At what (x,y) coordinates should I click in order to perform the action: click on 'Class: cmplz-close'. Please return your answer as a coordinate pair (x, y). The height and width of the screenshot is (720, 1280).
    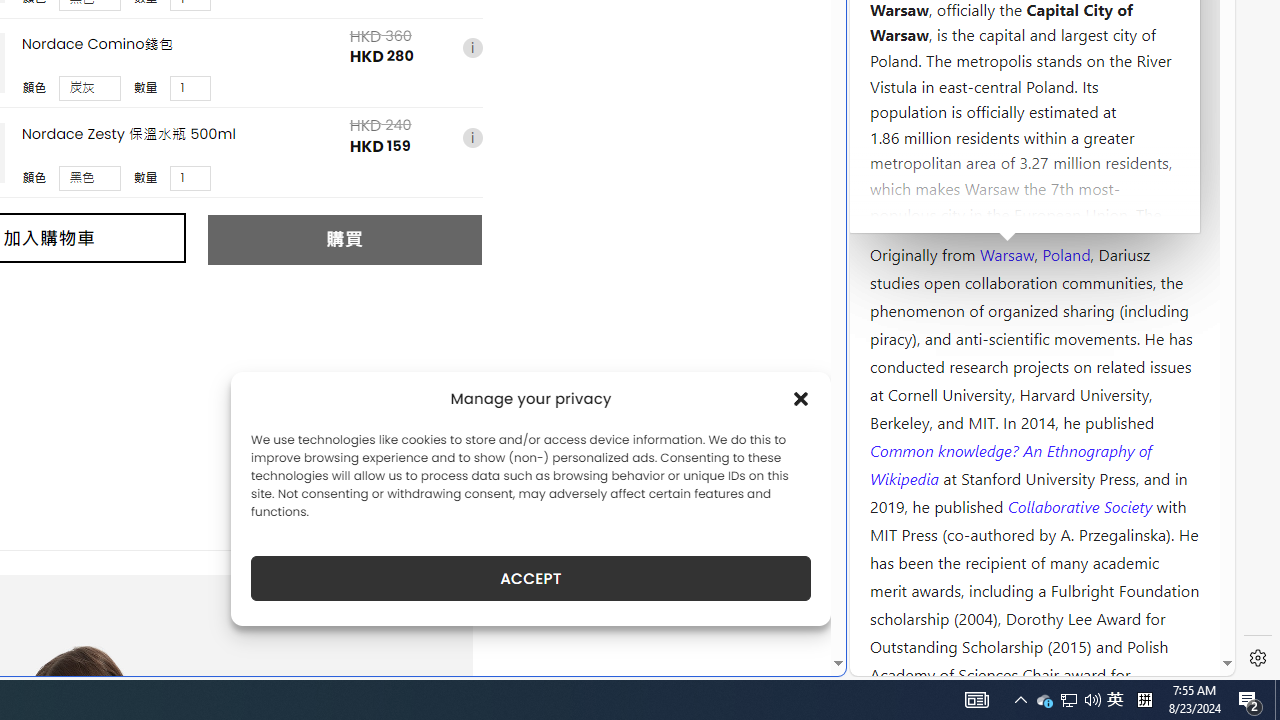
    Looking at the image, I should click on (801, 398).